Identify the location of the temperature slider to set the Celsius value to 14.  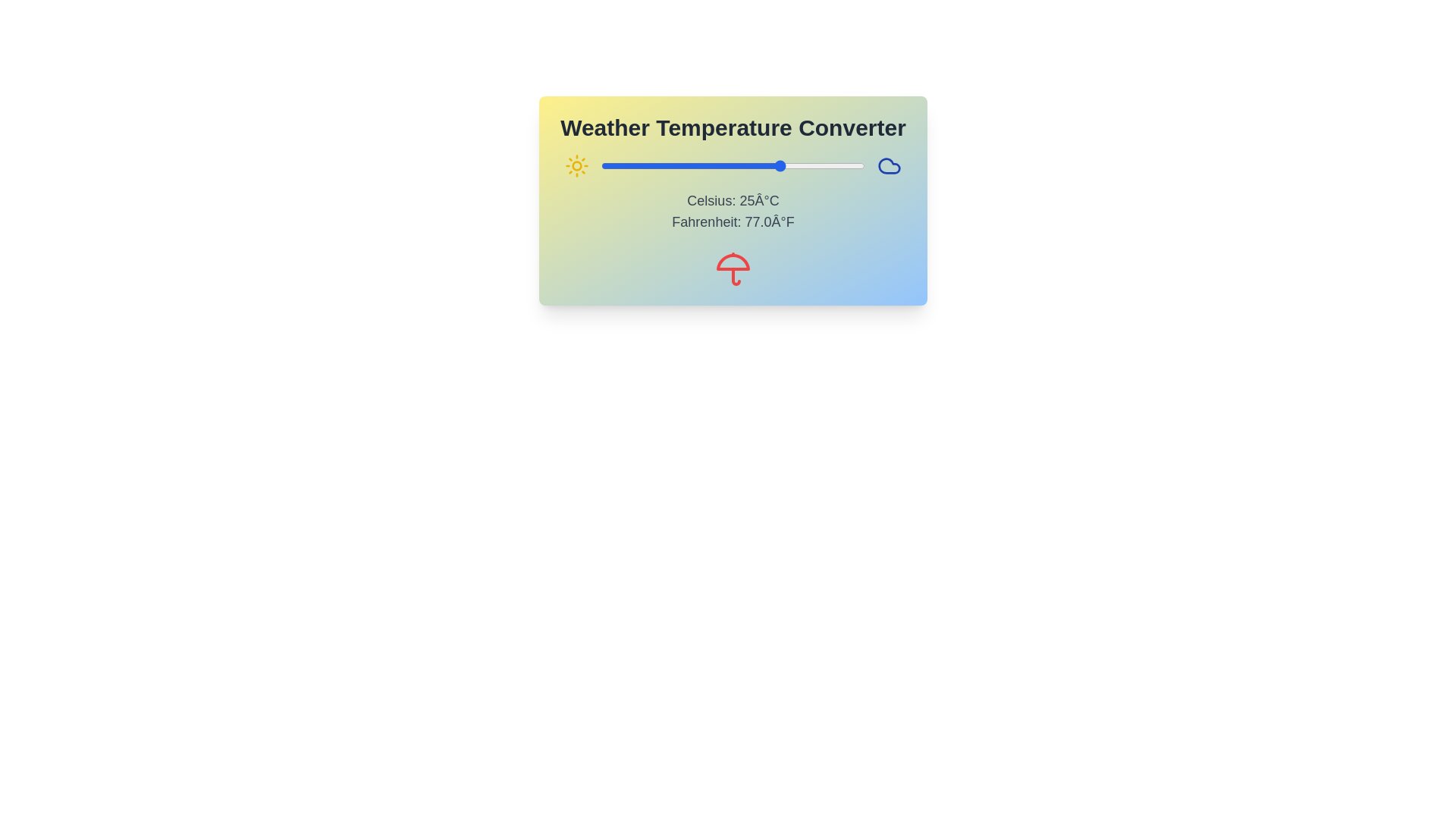
(746, 166).